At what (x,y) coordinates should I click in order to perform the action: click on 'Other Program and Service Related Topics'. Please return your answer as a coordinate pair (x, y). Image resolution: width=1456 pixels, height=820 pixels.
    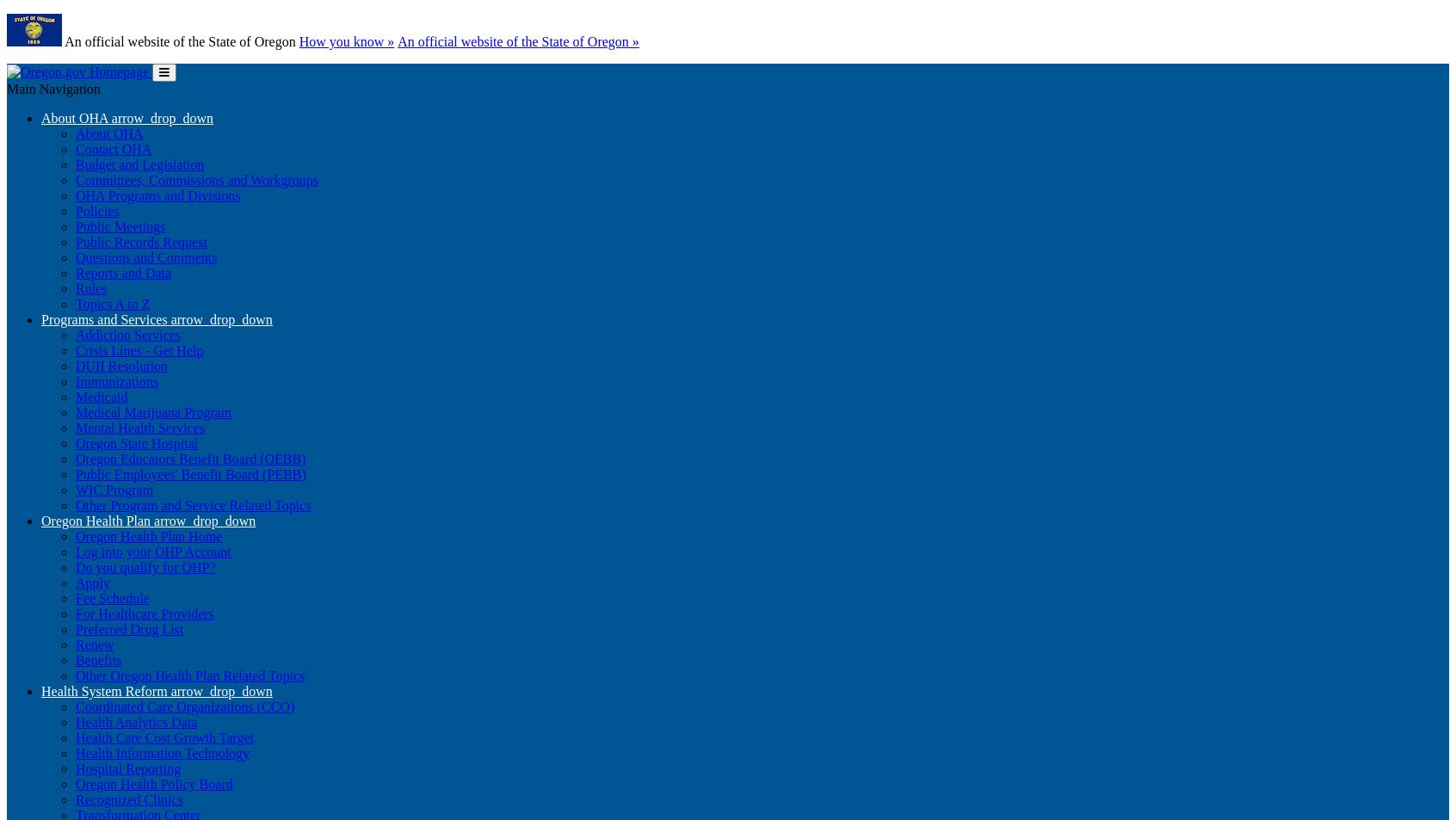
    Looking at the image, I should click on (193, 505).